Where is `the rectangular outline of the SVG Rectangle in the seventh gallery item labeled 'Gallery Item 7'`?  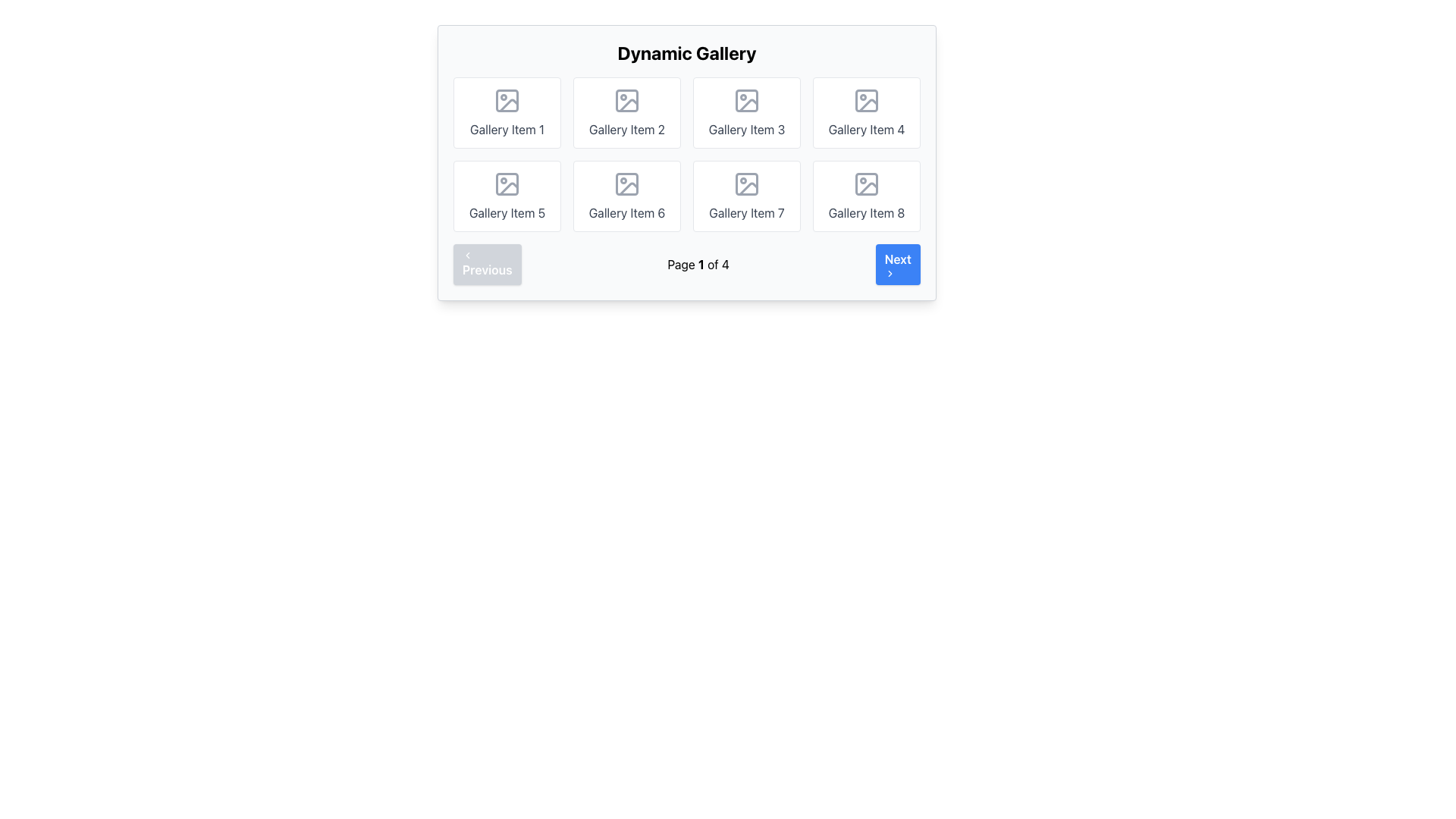 the rectangular outline of the SVG Rectangle in the seventh gallery item labeled 'Gallery Item 7' is located at coordinates (746, 184).